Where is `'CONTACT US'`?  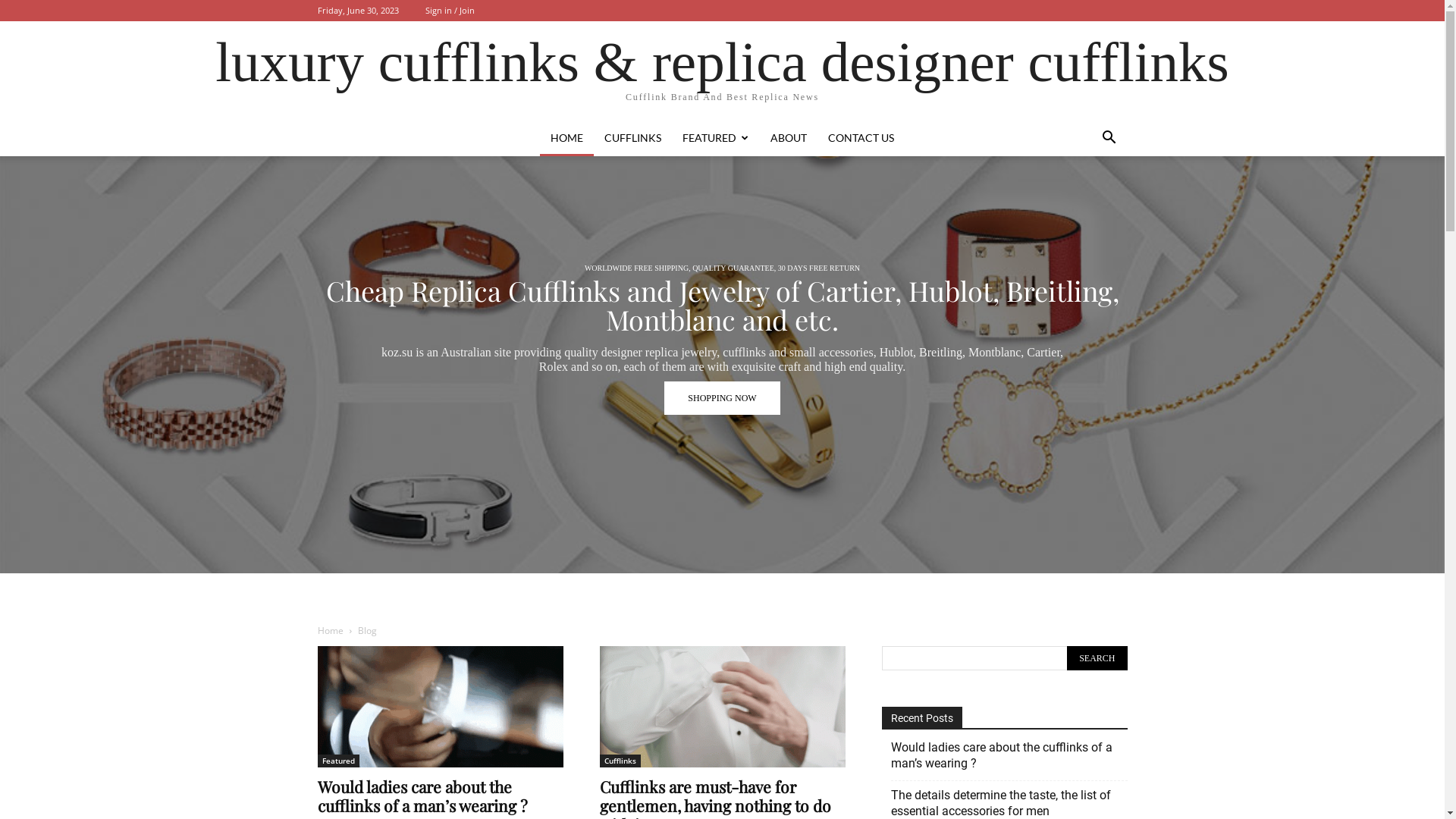
'CONTACT US' is located at coordinates (861, 137).